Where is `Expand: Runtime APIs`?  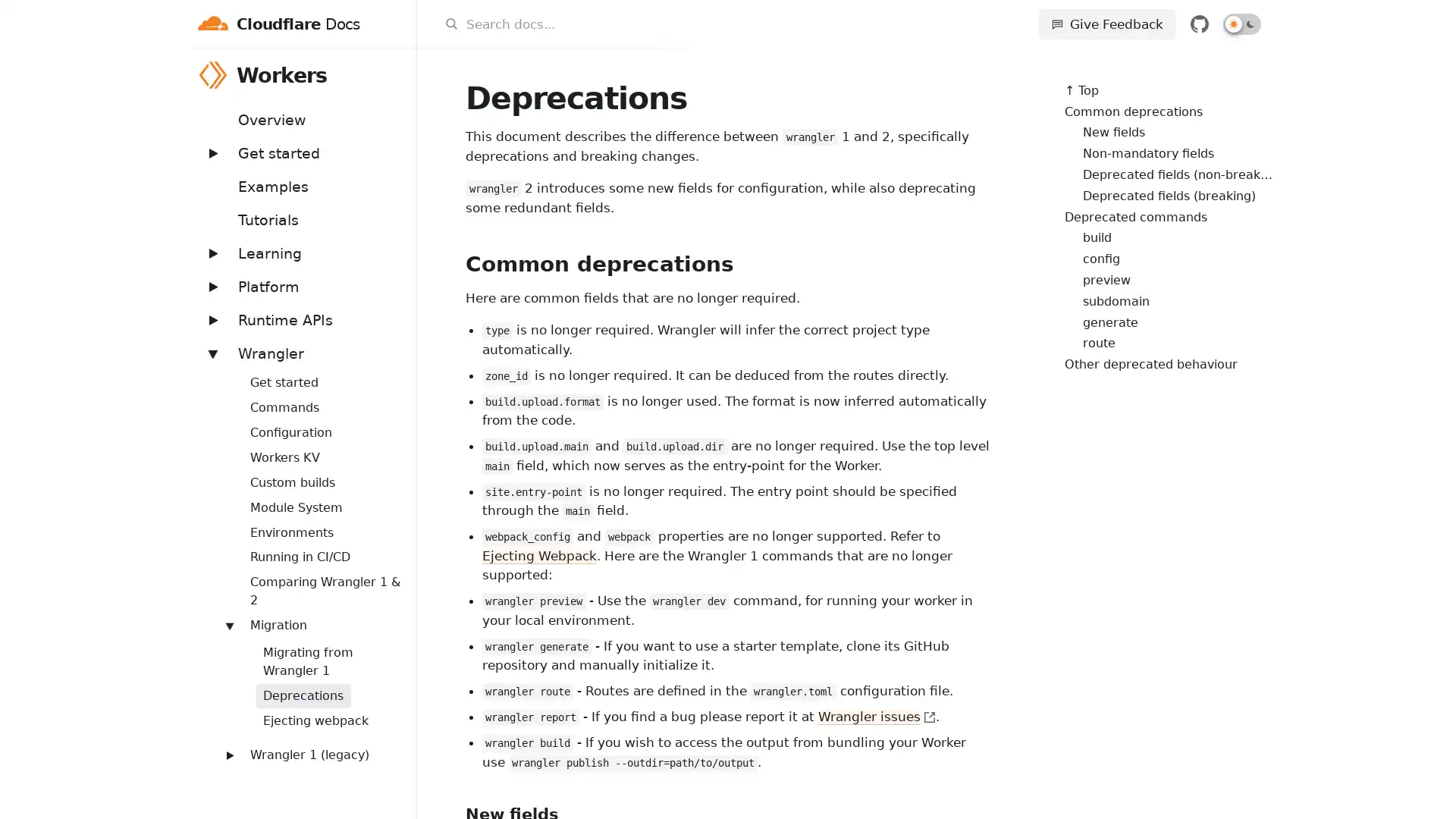
Expand: Runtime APIs is located at coordinates (211, 318).